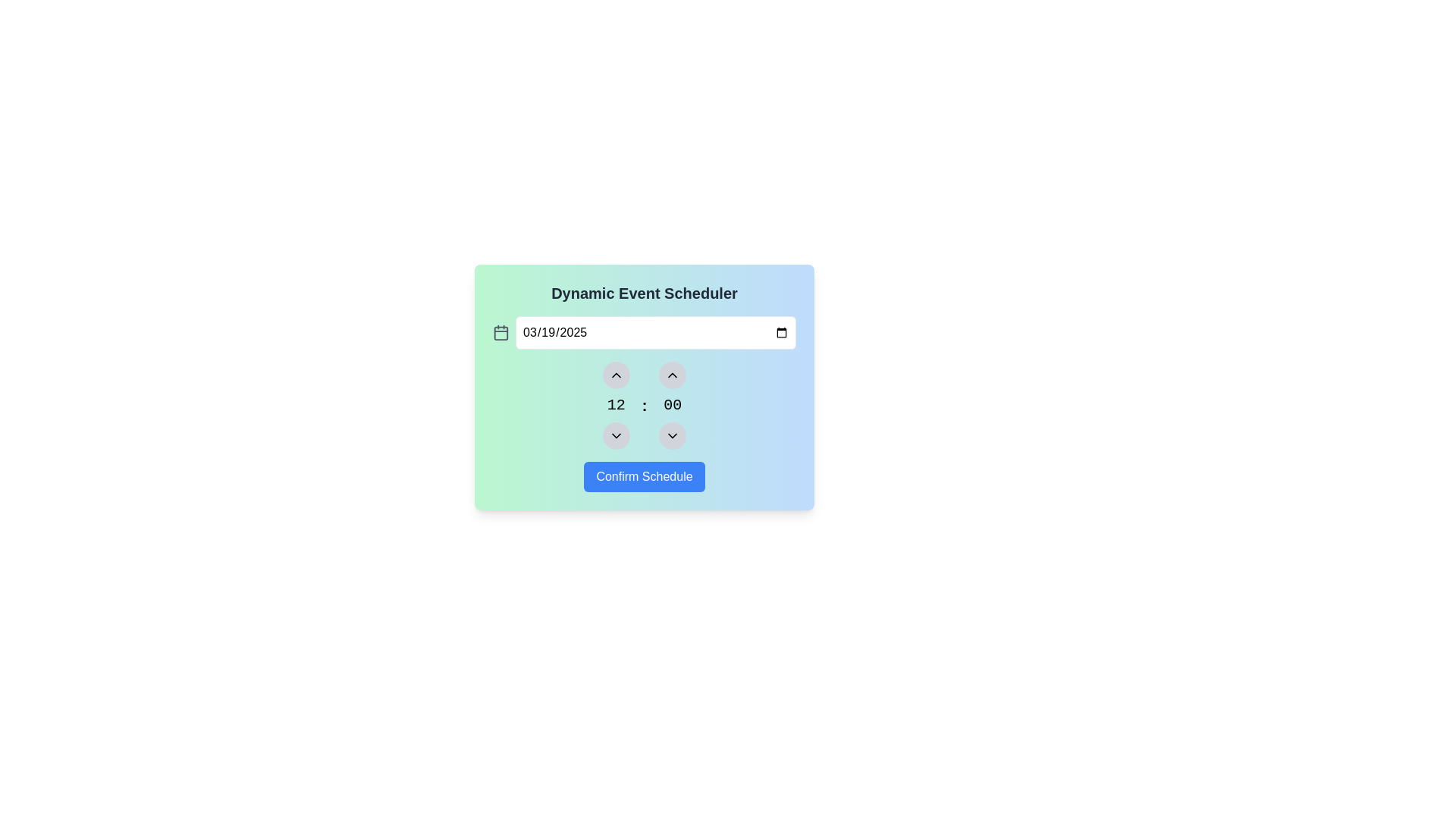  I want to click on the 'Confirm Schedule' button, which is a rounded rectangular button with a blue background and white text, located at the bottom-center of the 'Dynamic Event Scheduler' card, so click(644, 475).